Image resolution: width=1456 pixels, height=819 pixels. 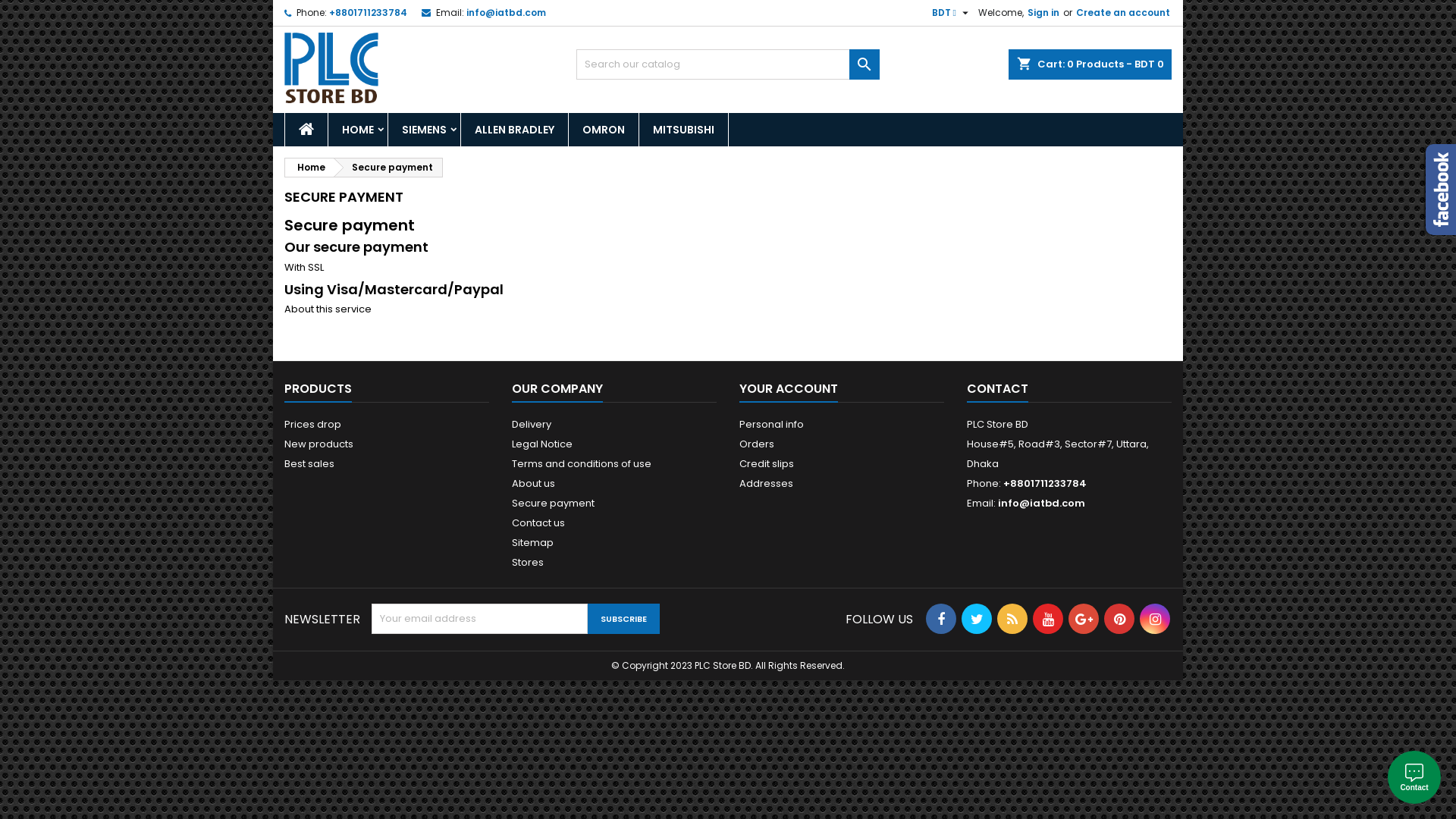 What do you see at coordinates (531, 424) in the screenshot?
I see `'Delivery'` at bounding box center [531, 424].